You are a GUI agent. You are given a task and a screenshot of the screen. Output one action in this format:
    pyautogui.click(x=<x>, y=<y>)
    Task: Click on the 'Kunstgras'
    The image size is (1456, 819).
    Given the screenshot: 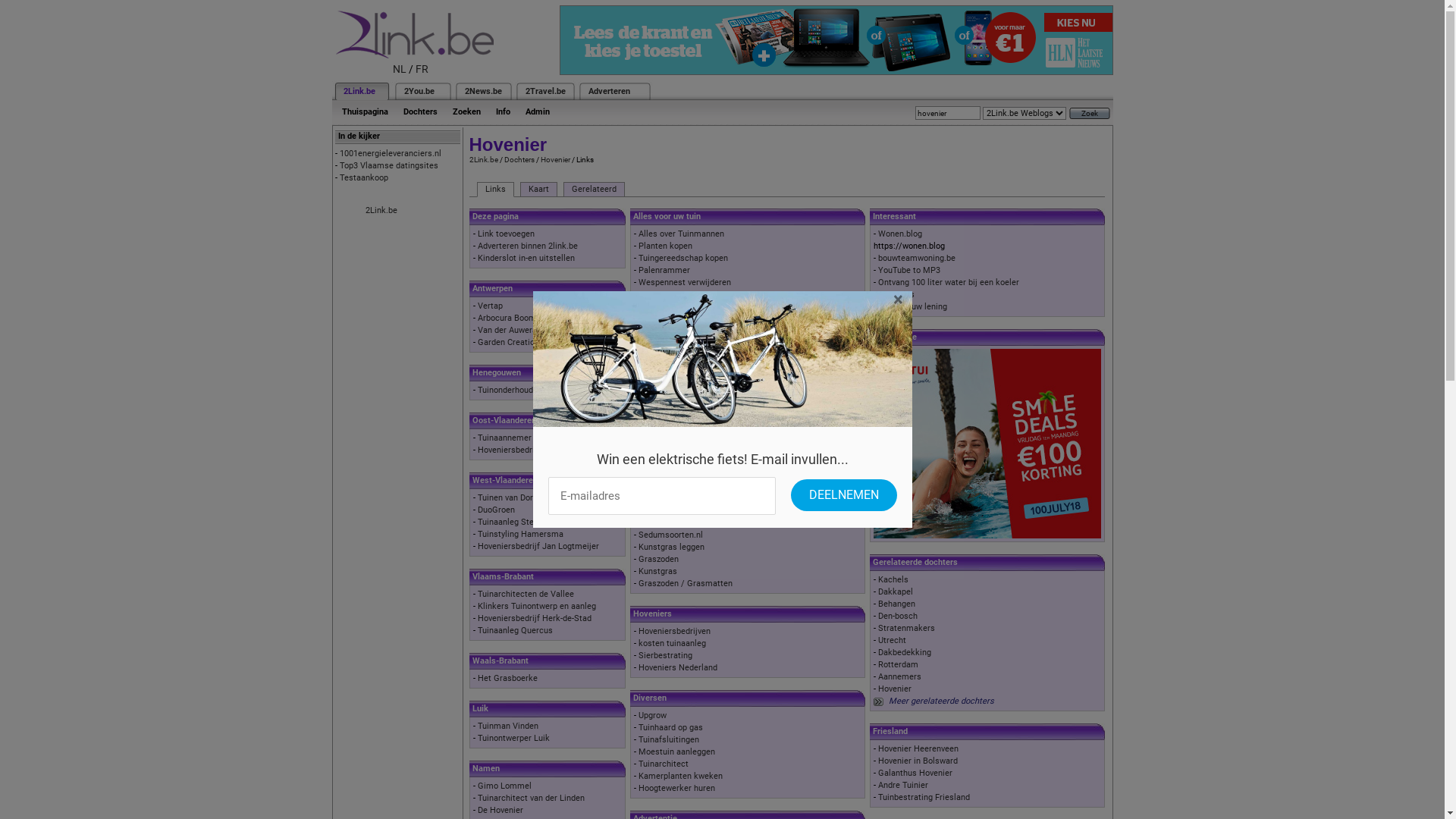 What is the action you would take?
    pyautogui.click(x=657, y=571)
    